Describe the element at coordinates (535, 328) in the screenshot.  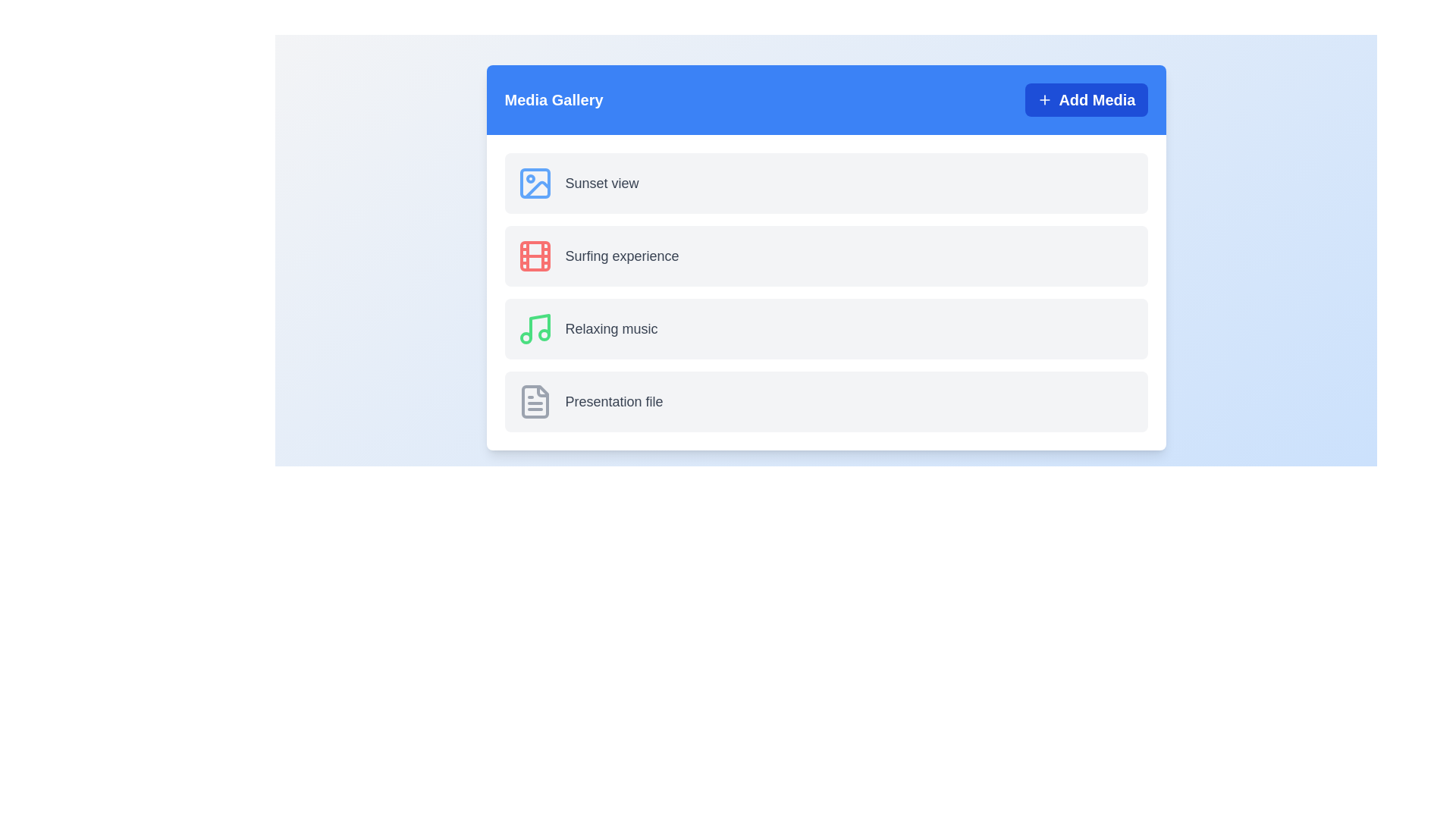
I see `the green music note icon in the 'Media Gallery' section, positioned to the left of the 'Relaxing music' list item` at that location.